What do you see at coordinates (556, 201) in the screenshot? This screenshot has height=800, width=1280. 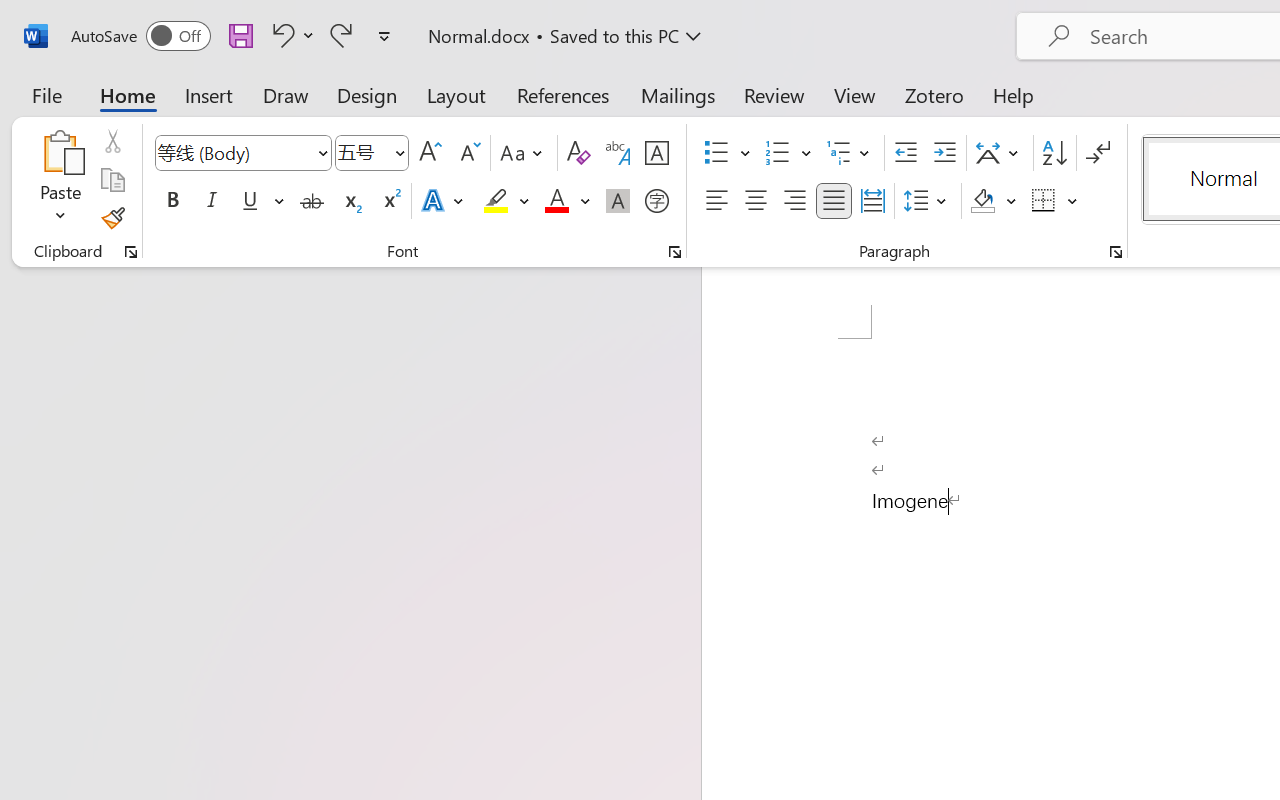 I see `'Font Color RGB(255, 0, 0)'` at bounding box center [556, 201].